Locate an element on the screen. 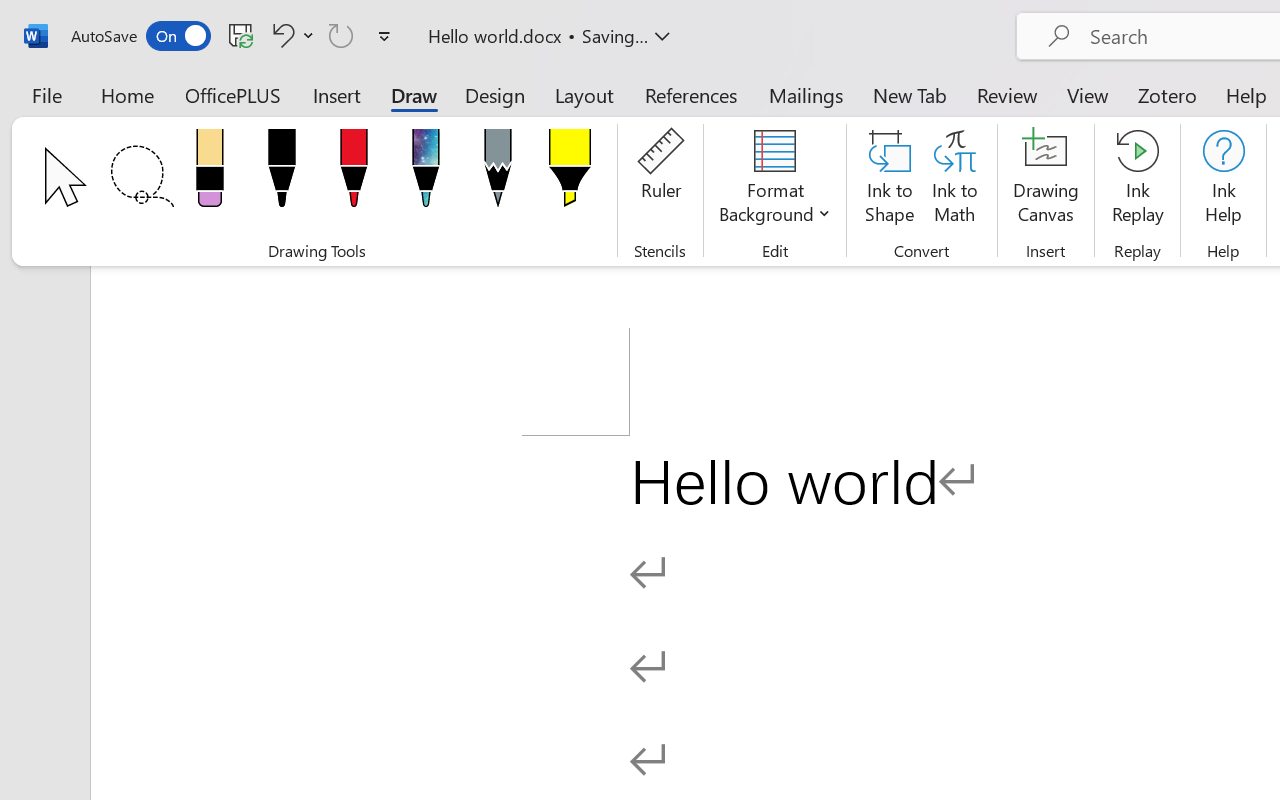 The width and height of the screenshot is (1280, 800). 'Highlighter: Yellow, 6 mm' is located at coordinates (568, 173).